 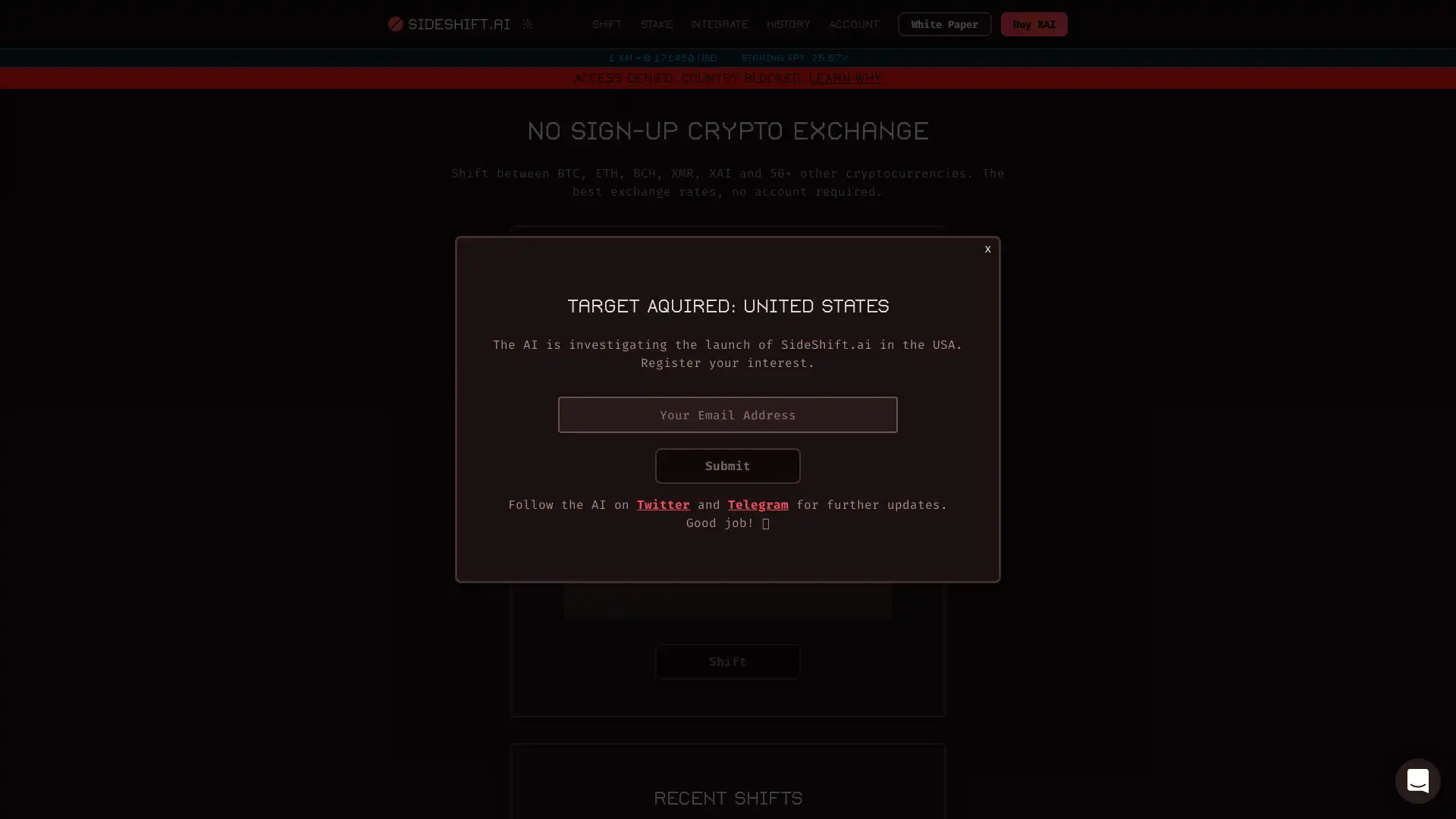 I want to click on Invert coins, so click(x=726, y=407).